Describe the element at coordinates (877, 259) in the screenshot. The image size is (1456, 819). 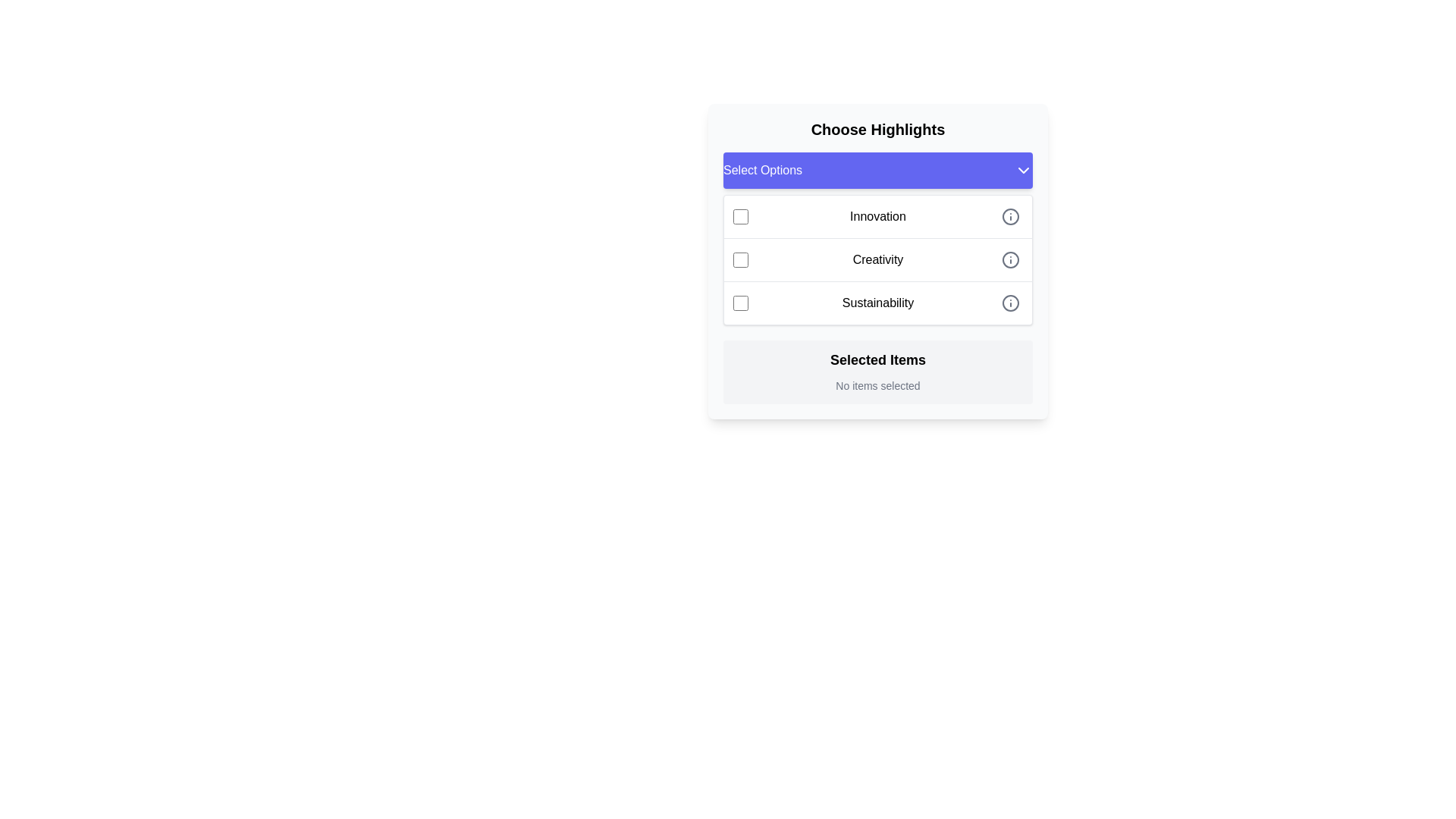
I see `the bold text 'Creativity' in the second row of the dropdown-like interface titled 'Choose Highlights' to focus or interact with it` at that location.